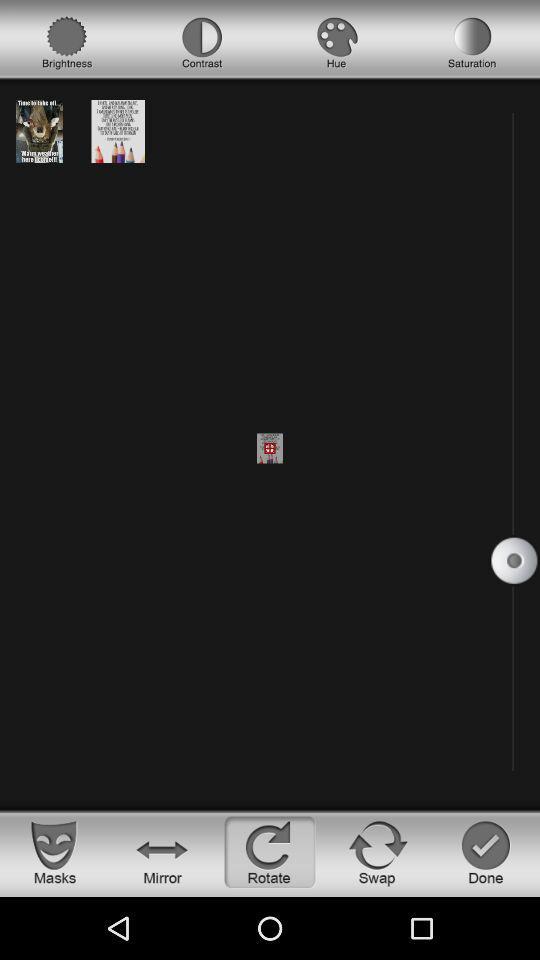 The image size is (540, 960). Describe the element at coordinates (485, 851) in the screenshot. I see `confirm an action` at that location.